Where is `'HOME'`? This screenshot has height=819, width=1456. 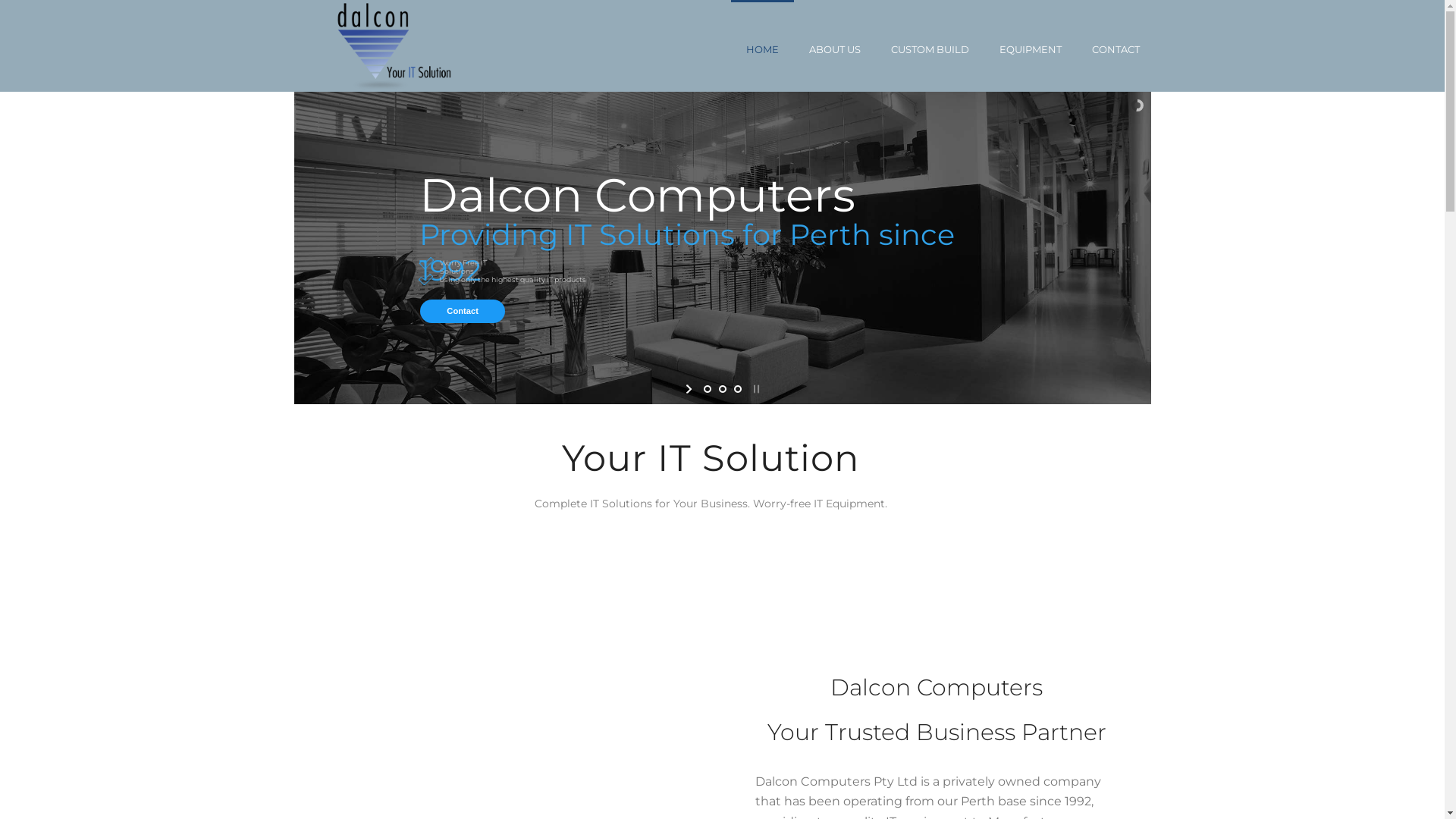
'HOME' is located at coordinates (762, 45).